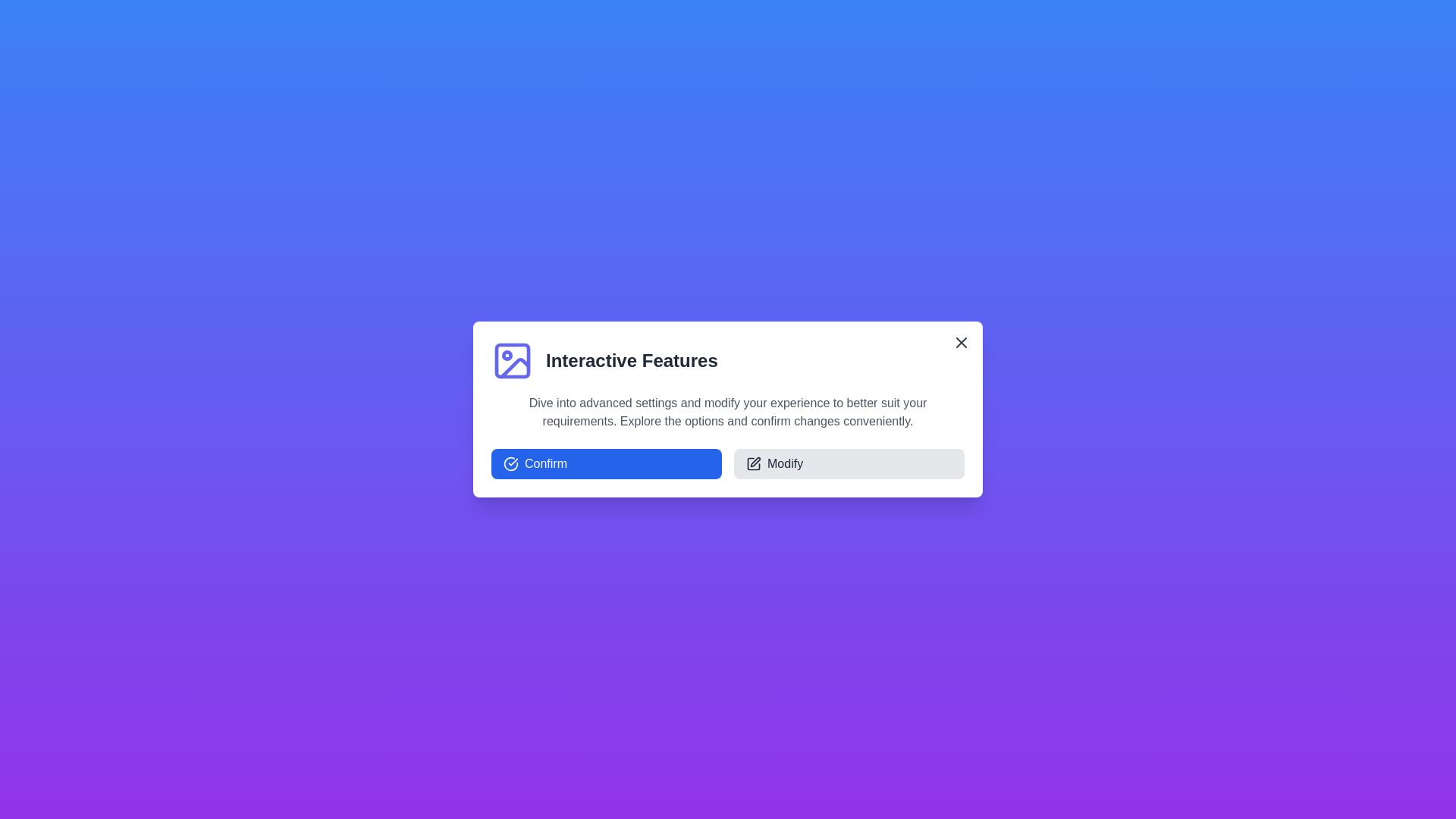 This screenshot has height=819, width=1456. Describe the element at coordinates (607, 463) in the screenshot. I see `'Confirm' button to confirm the action` at that location.